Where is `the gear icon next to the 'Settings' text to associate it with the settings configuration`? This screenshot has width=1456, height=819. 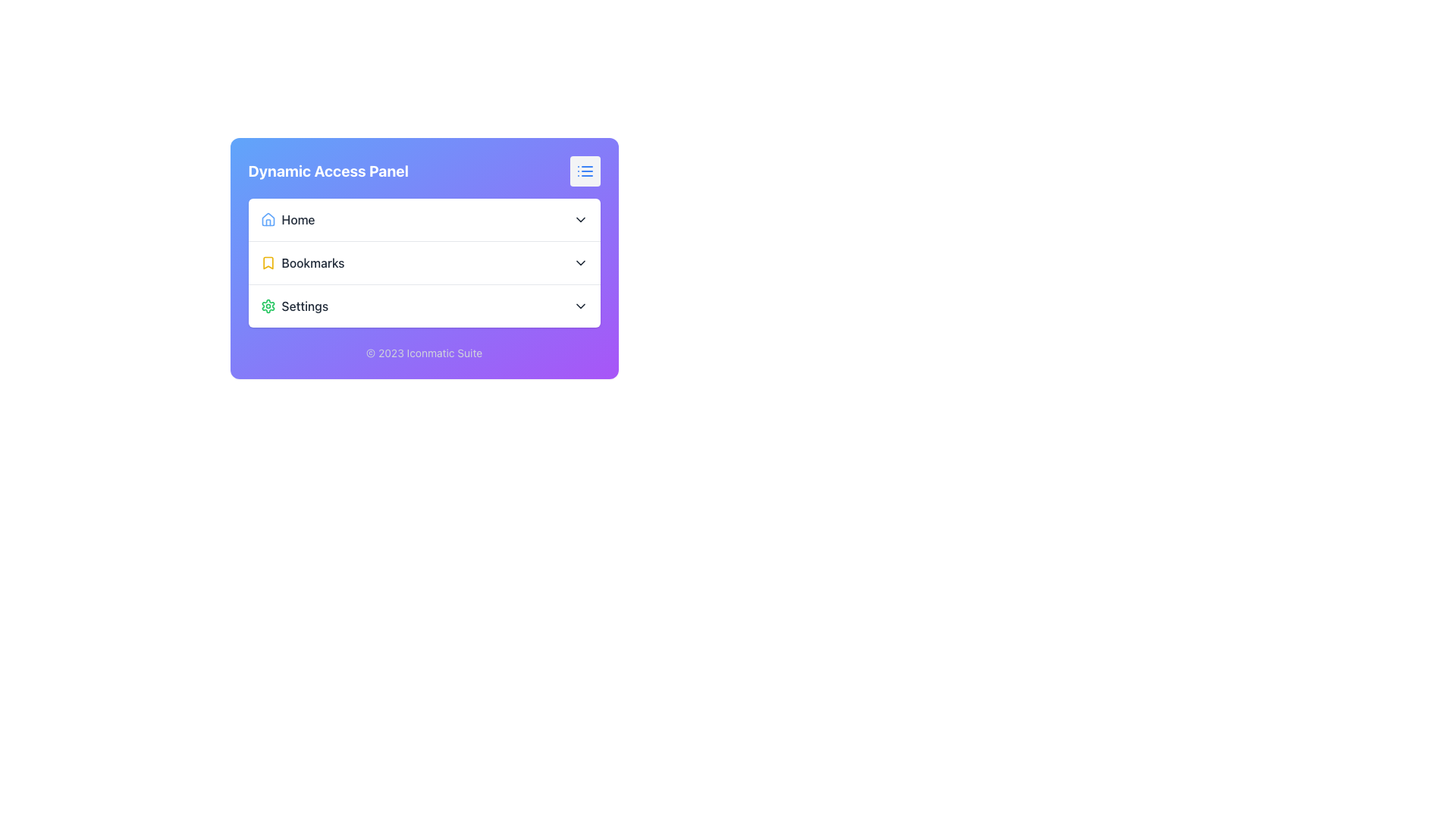
the gear icon next to the 'Settings' text to associate it with the settings configuration is located at coordinates (268, 306).